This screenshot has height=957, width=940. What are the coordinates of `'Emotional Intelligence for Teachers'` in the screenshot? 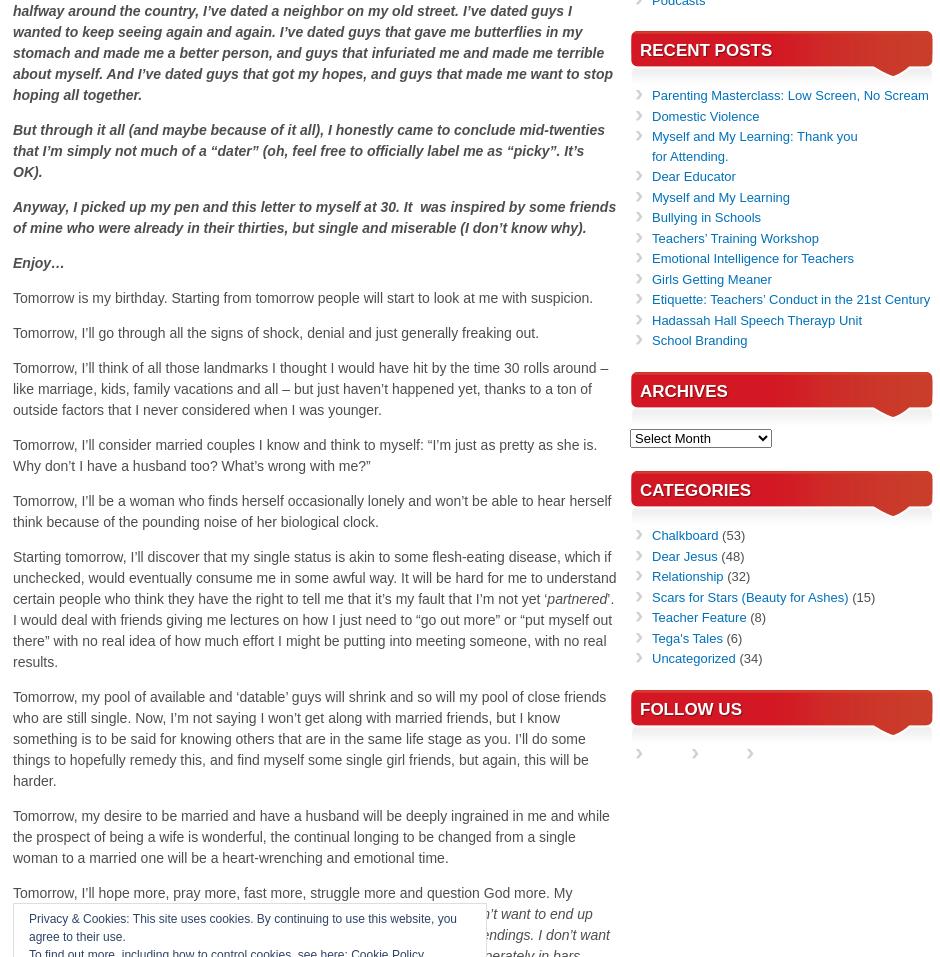 It's located at (651, 257).